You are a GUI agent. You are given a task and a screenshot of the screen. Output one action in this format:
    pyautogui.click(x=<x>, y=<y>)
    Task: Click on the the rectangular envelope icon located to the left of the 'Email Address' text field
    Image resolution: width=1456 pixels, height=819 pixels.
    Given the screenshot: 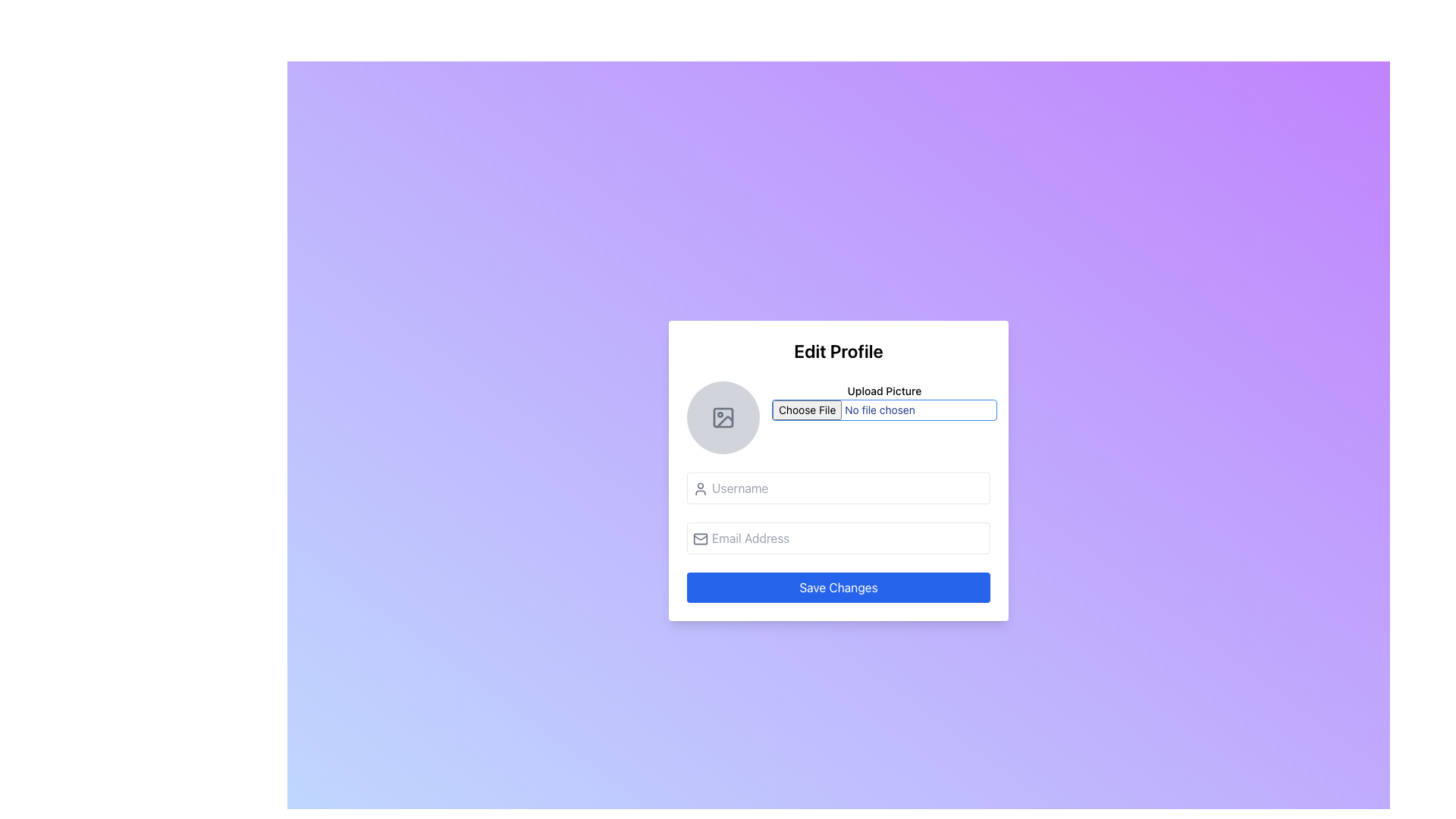 What is the action you would take?
    pyautogui.click(x=700, y=538)
    